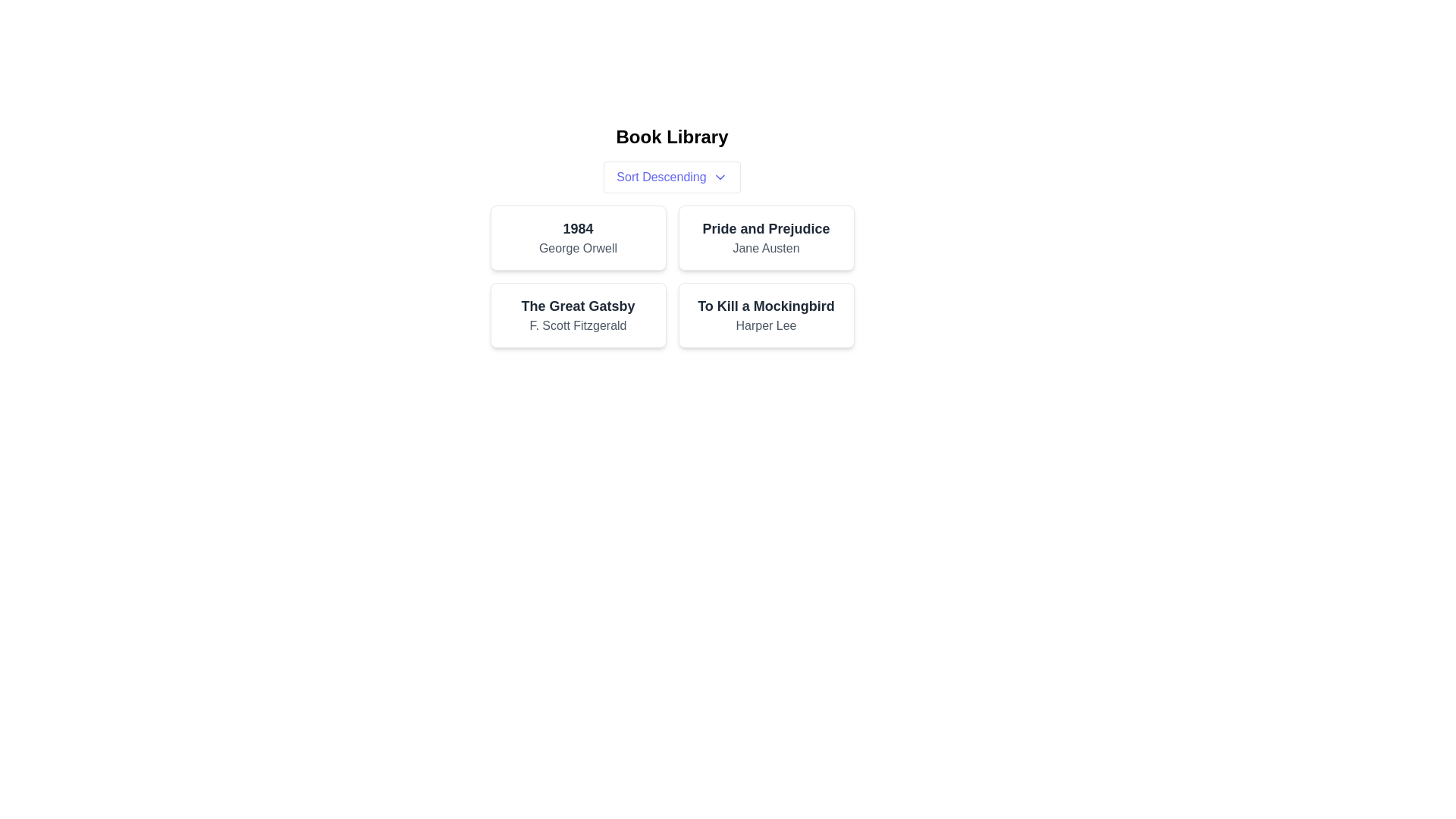 The width and height of the screenshot is (1456, 819). I want to click on the title text '1984' which is located at the top-center of the book card in the library collection interface, so click(577, 228).